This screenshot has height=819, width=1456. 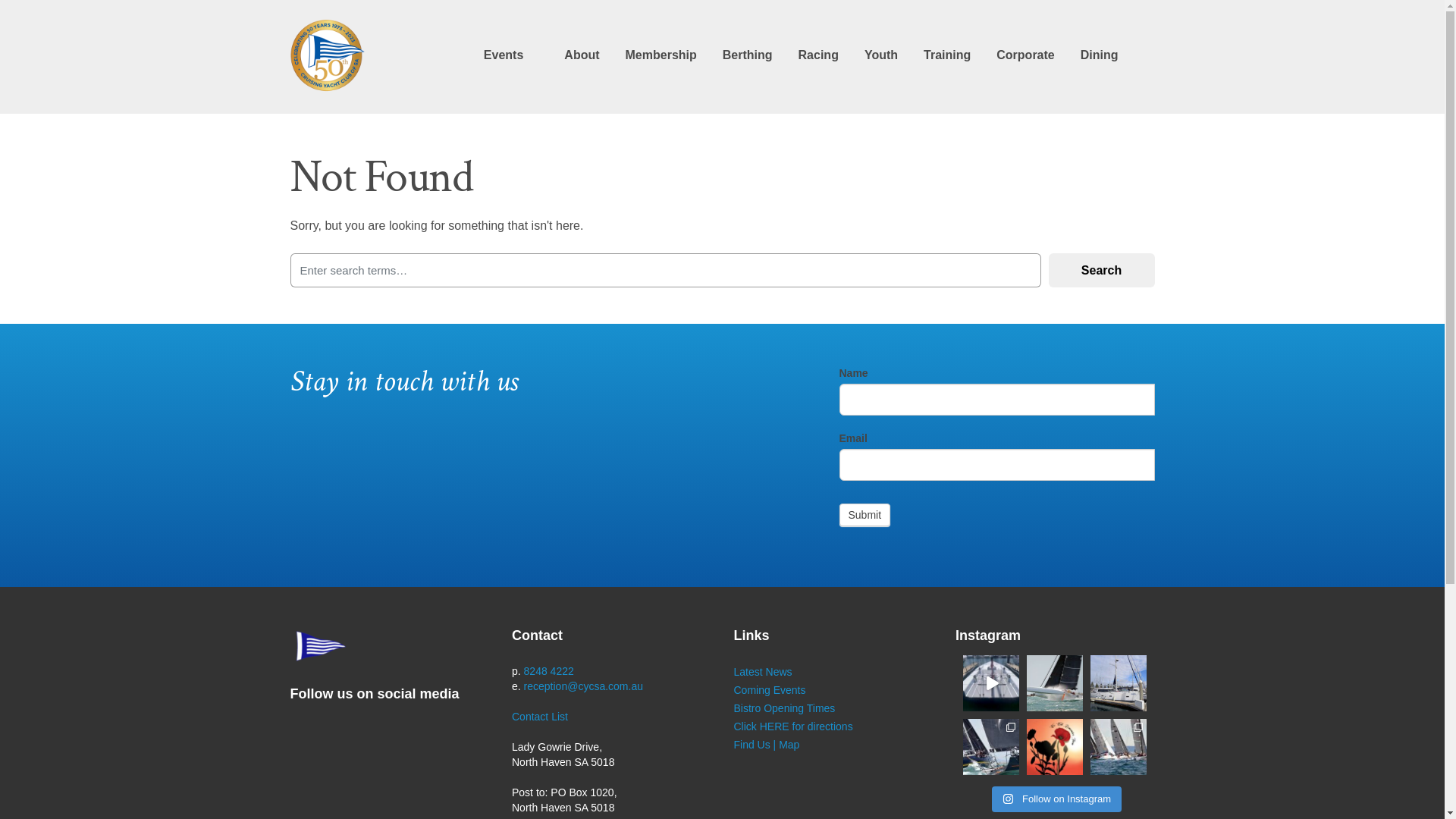 What do you see at coordinates (661, 55) in the screenshot?
I see `'Membership'` at bounding box center [661, 55].